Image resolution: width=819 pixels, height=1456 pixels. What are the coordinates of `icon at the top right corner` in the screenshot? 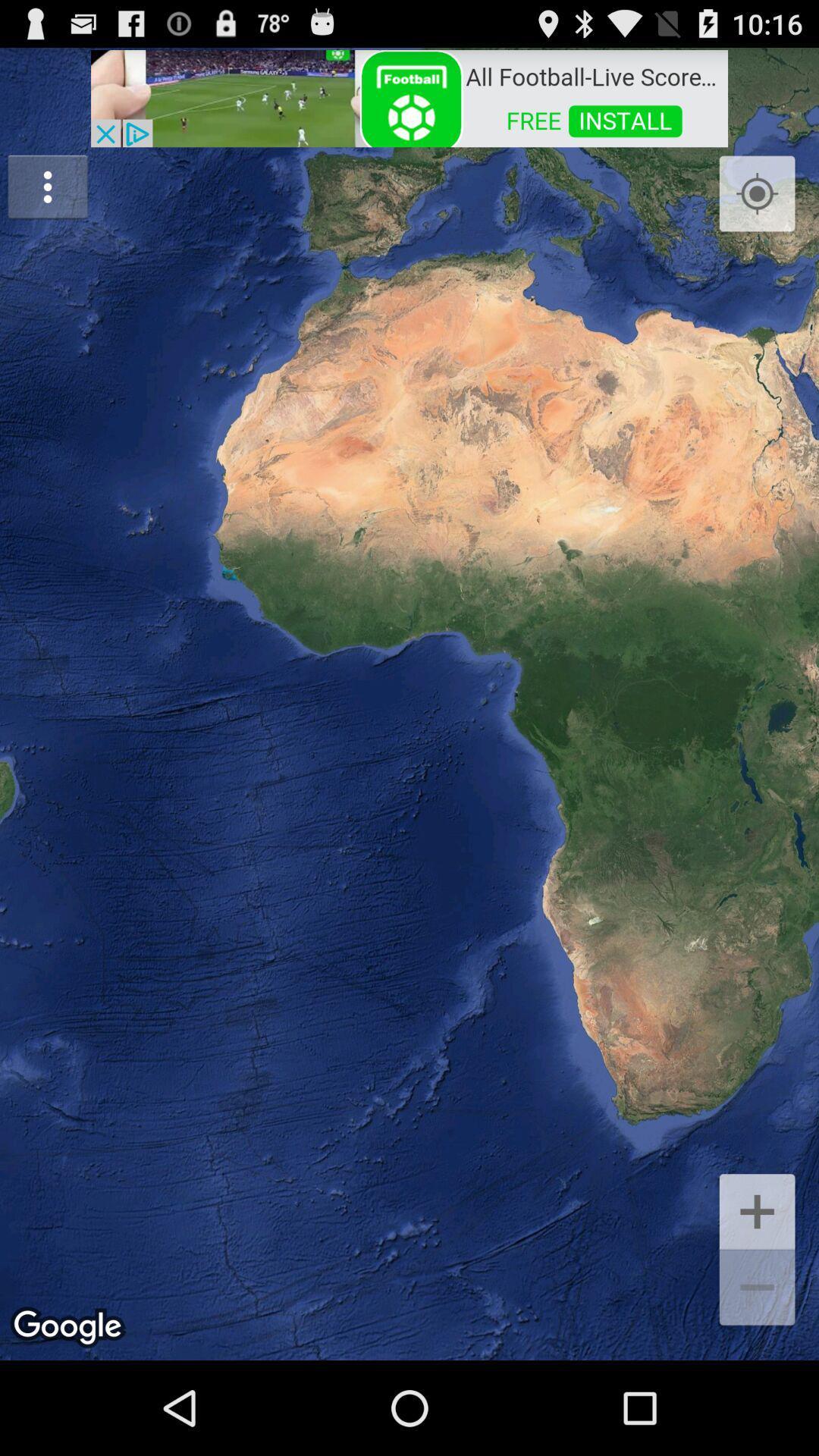 It's located at (757, 193).